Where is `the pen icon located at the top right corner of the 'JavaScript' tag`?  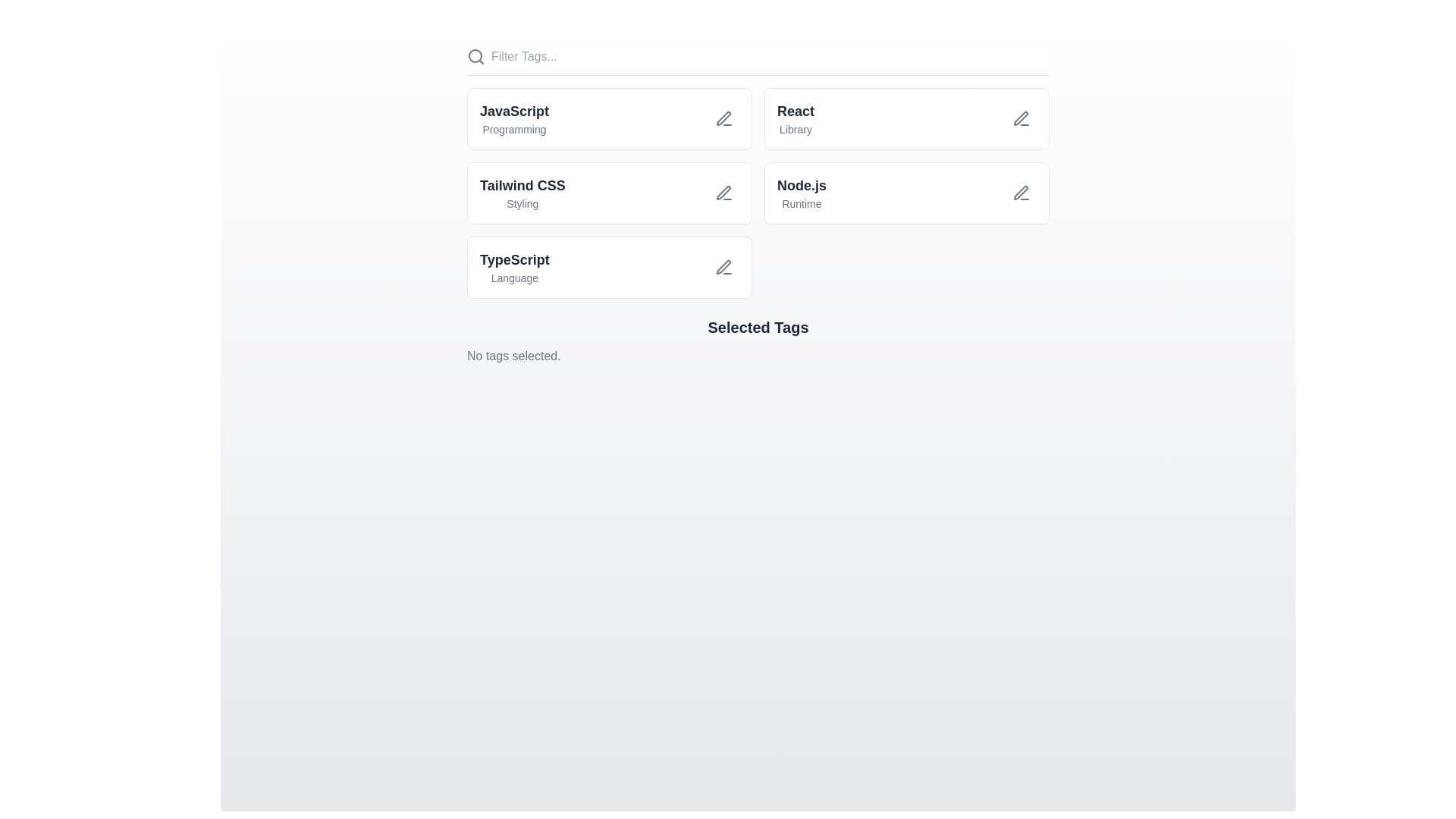
the pen icon located at the top right corner of the 'JavaScript' tag is located at coordinates (723, 118).